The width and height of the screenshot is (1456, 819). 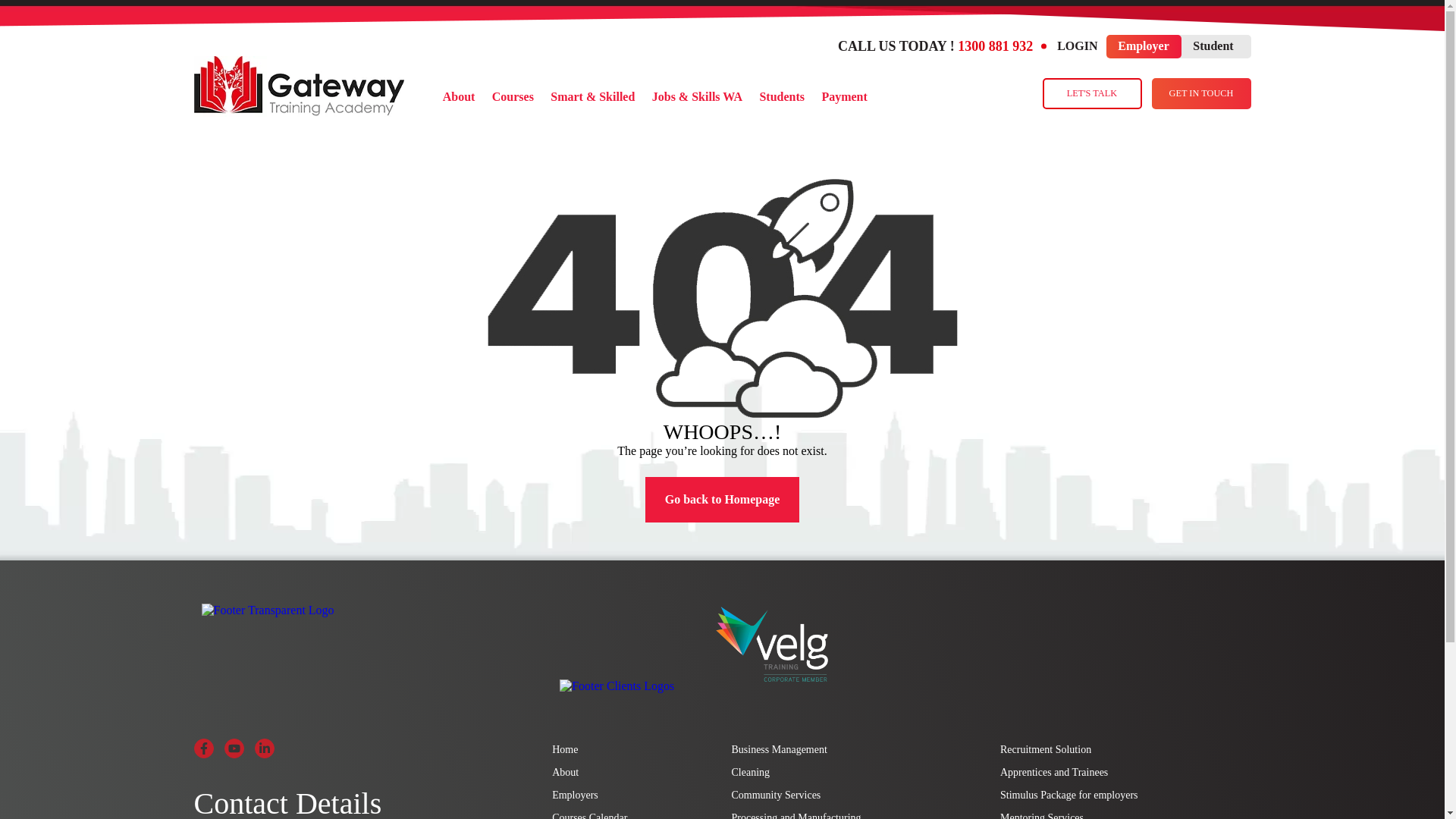 I want to click on 'Students', so click(x=782, y=96).